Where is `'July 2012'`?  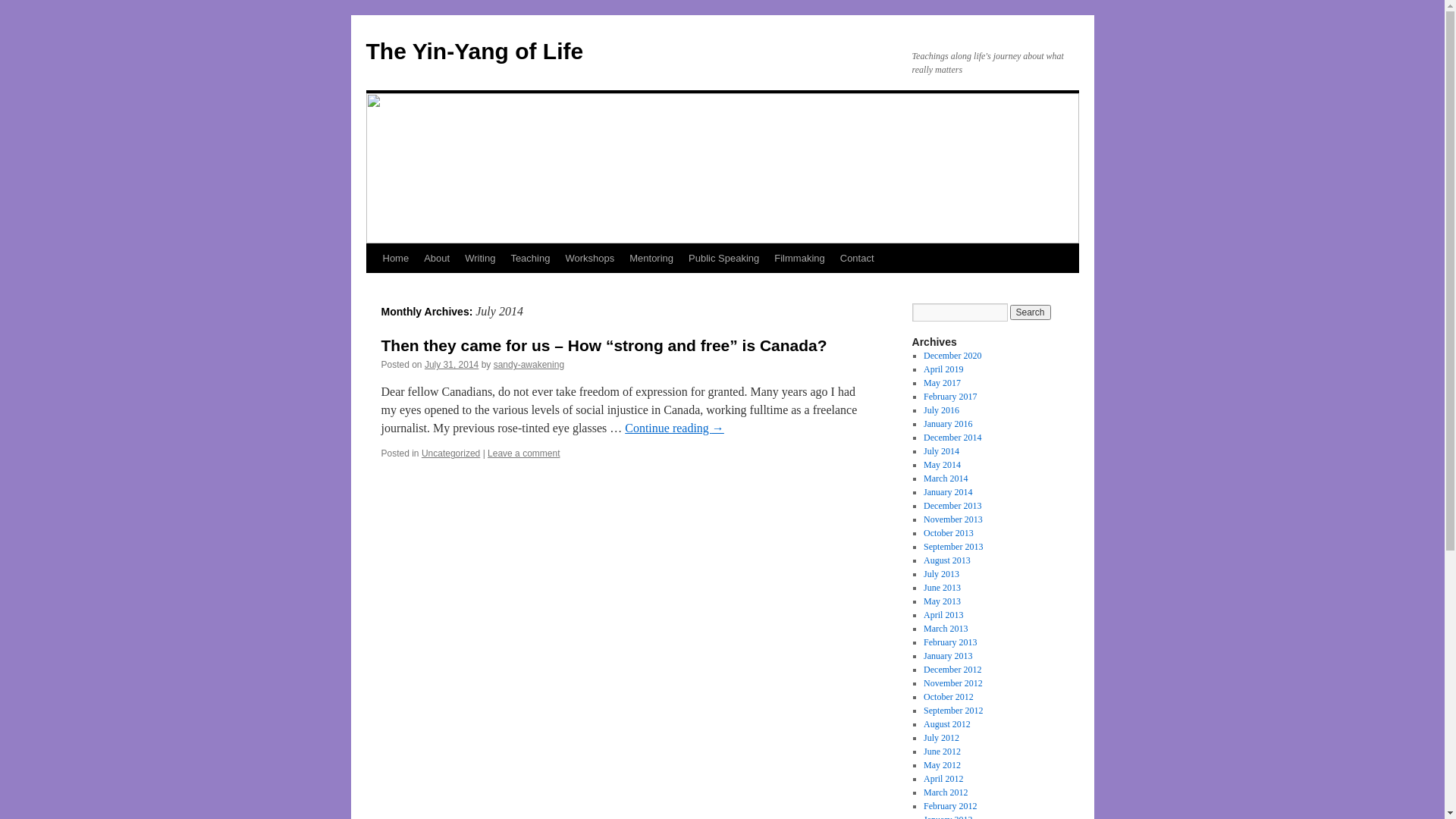 'July 2012' is located at coordinates (940, 736).